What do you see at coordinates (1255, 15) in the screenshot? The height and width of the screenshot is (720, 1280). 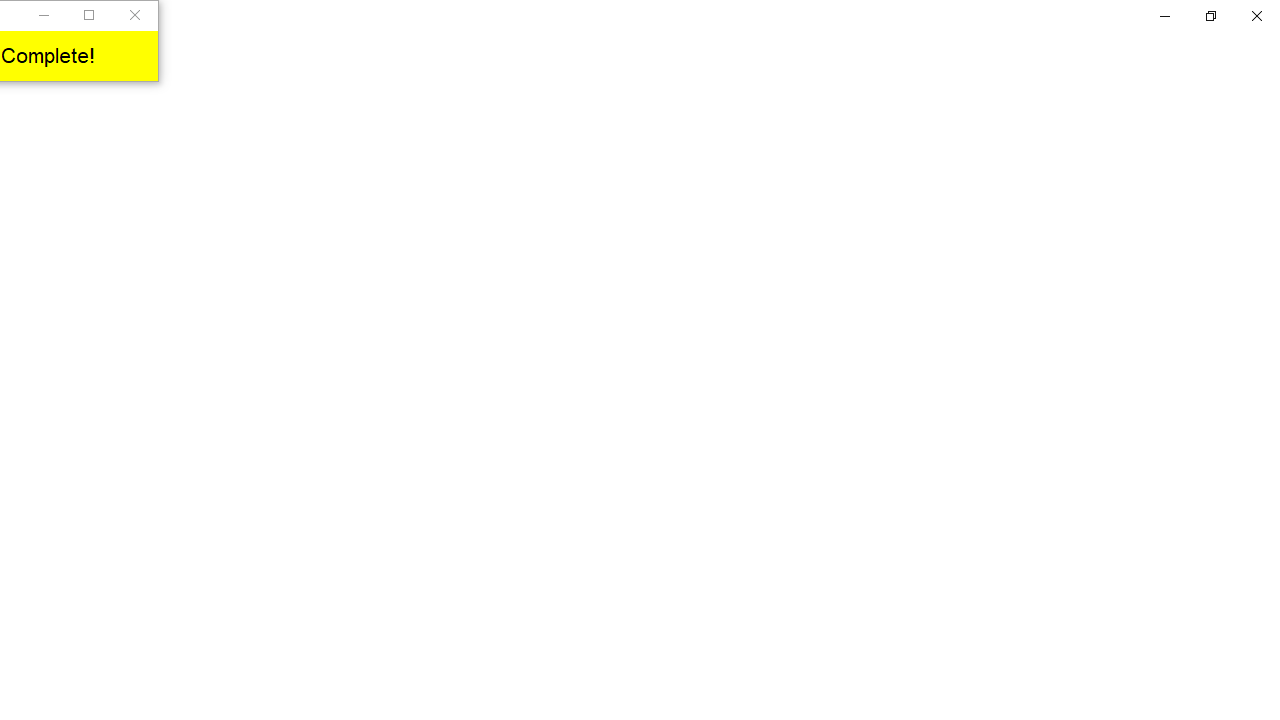 I see `'Close Settings'` at bounding box center [1255, 15].